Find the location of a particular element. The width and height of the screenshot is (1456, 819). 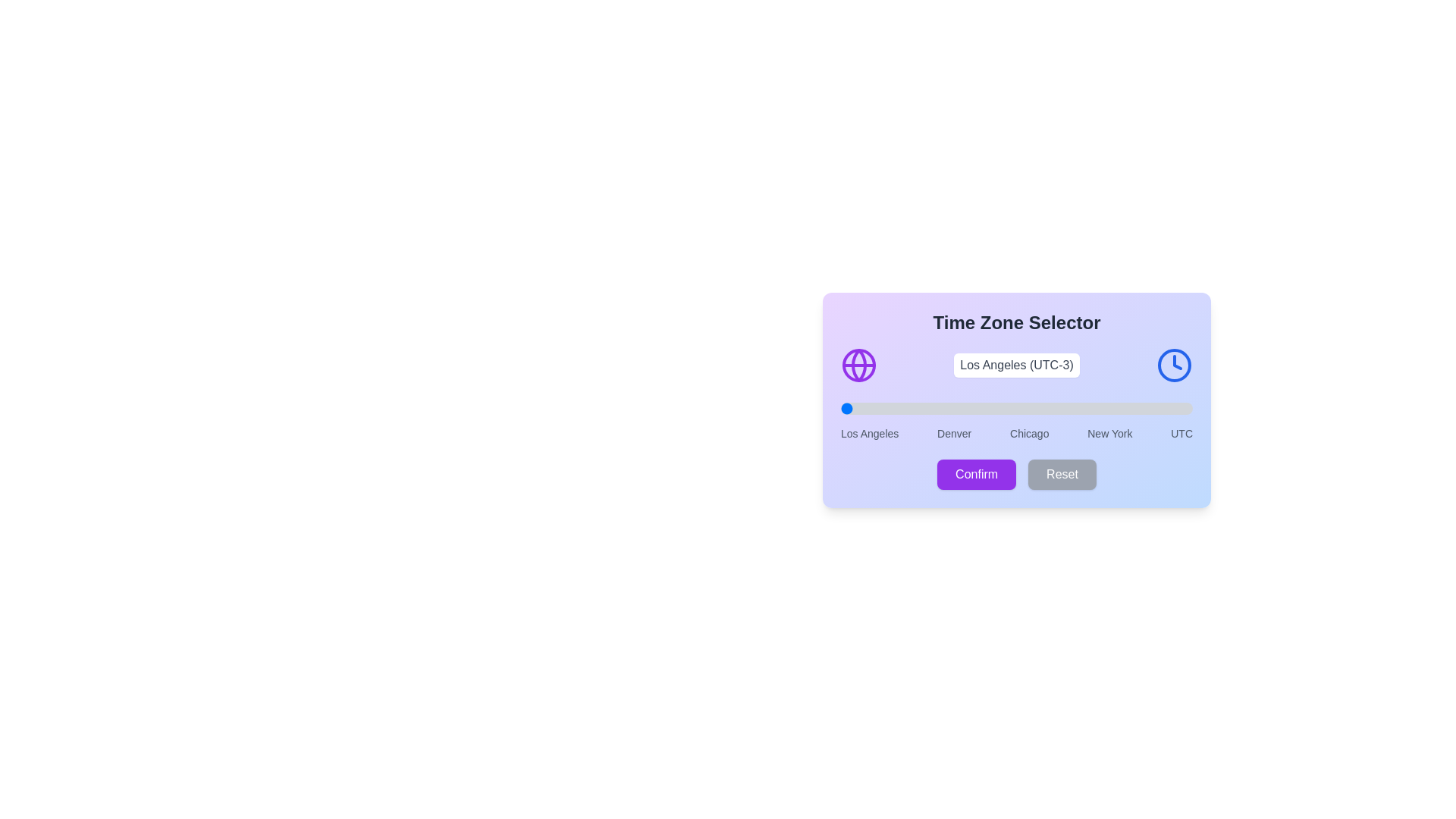

the time zone slider to 0 (0 for Los Angeles, 4 for UTC) is located at coordinates (839, 408).